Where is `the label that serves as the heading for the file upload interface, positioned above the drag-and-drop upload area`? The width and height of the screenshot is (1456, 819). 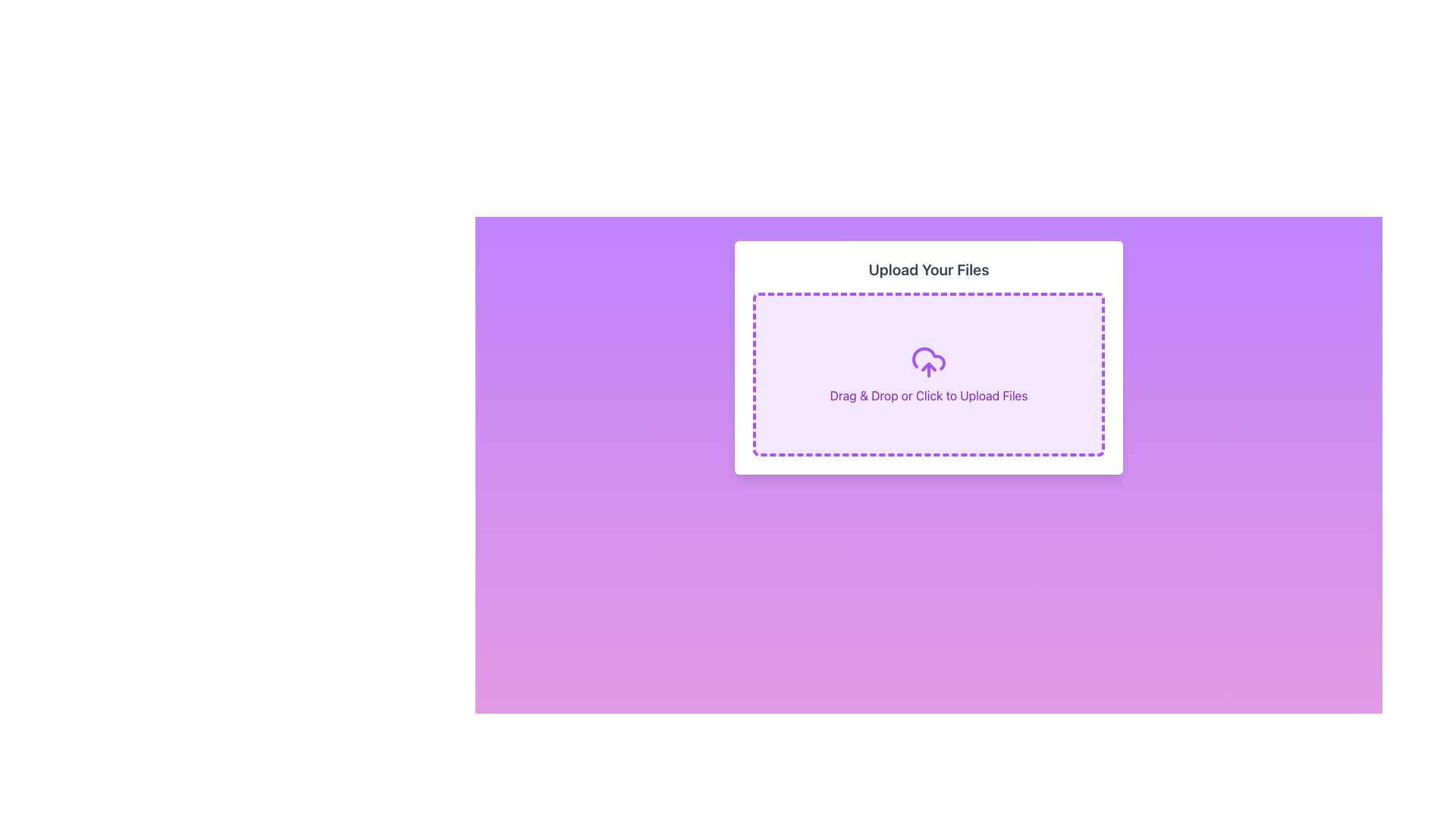
the label that serves as the heading for the file upload interface, positioned above the drag-and-drop upload area is located at coordinates (927, 268).